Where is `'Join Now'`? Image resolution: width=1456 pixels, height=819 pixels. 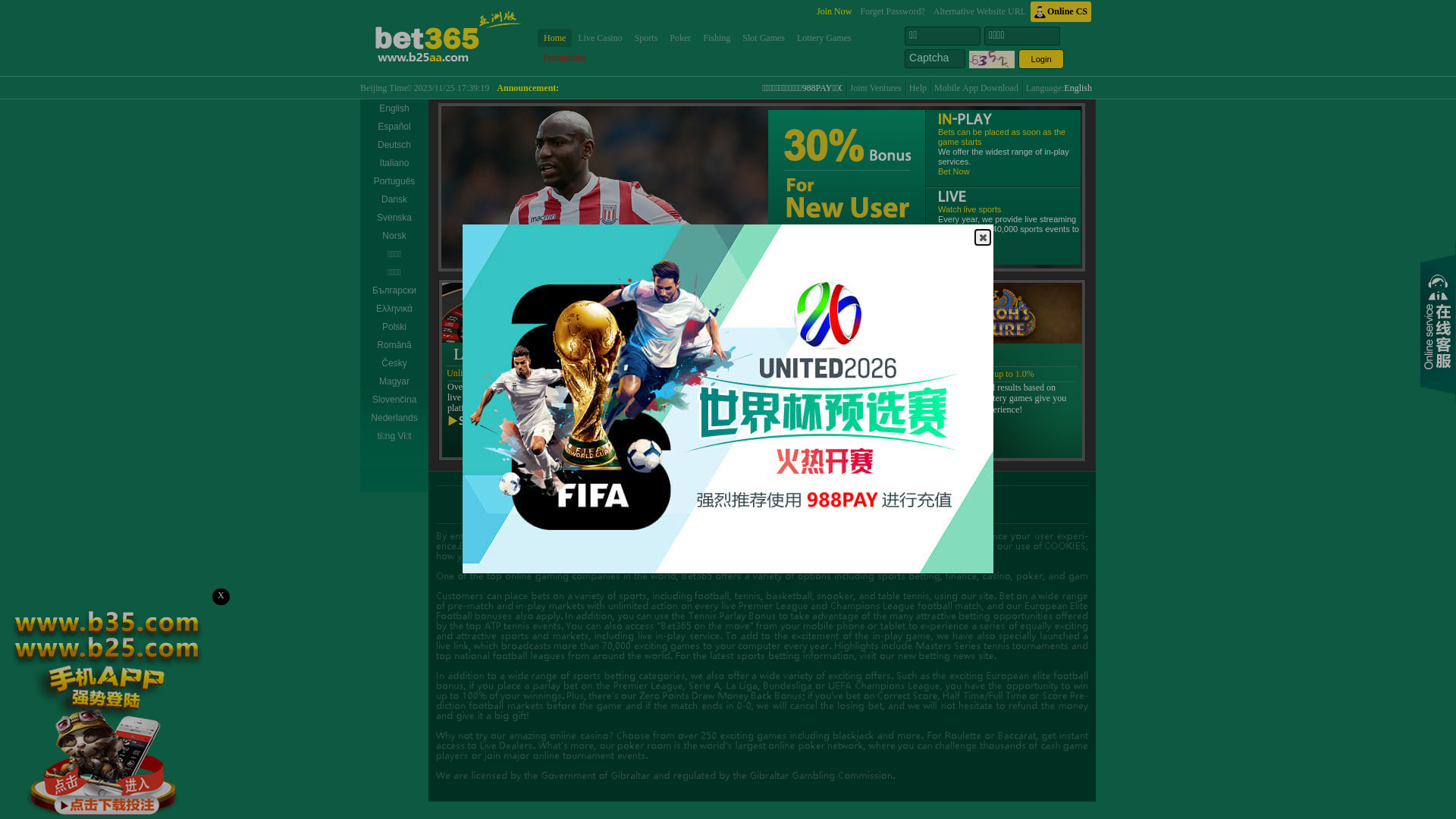 'Join Now' is located at coordinates (833, 11).